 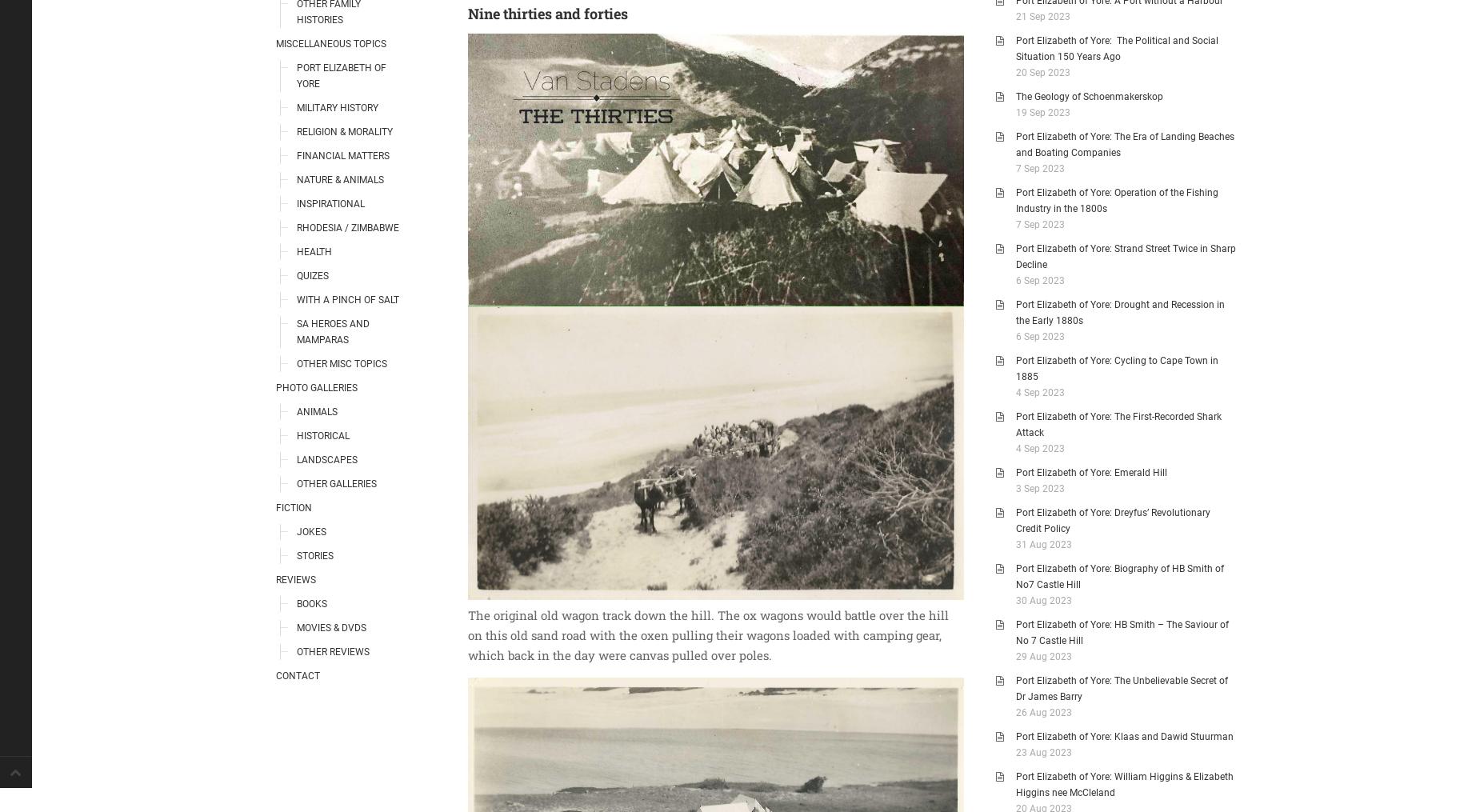 I want to click on '30 Aug 2023', so click(x=1015, y=599).